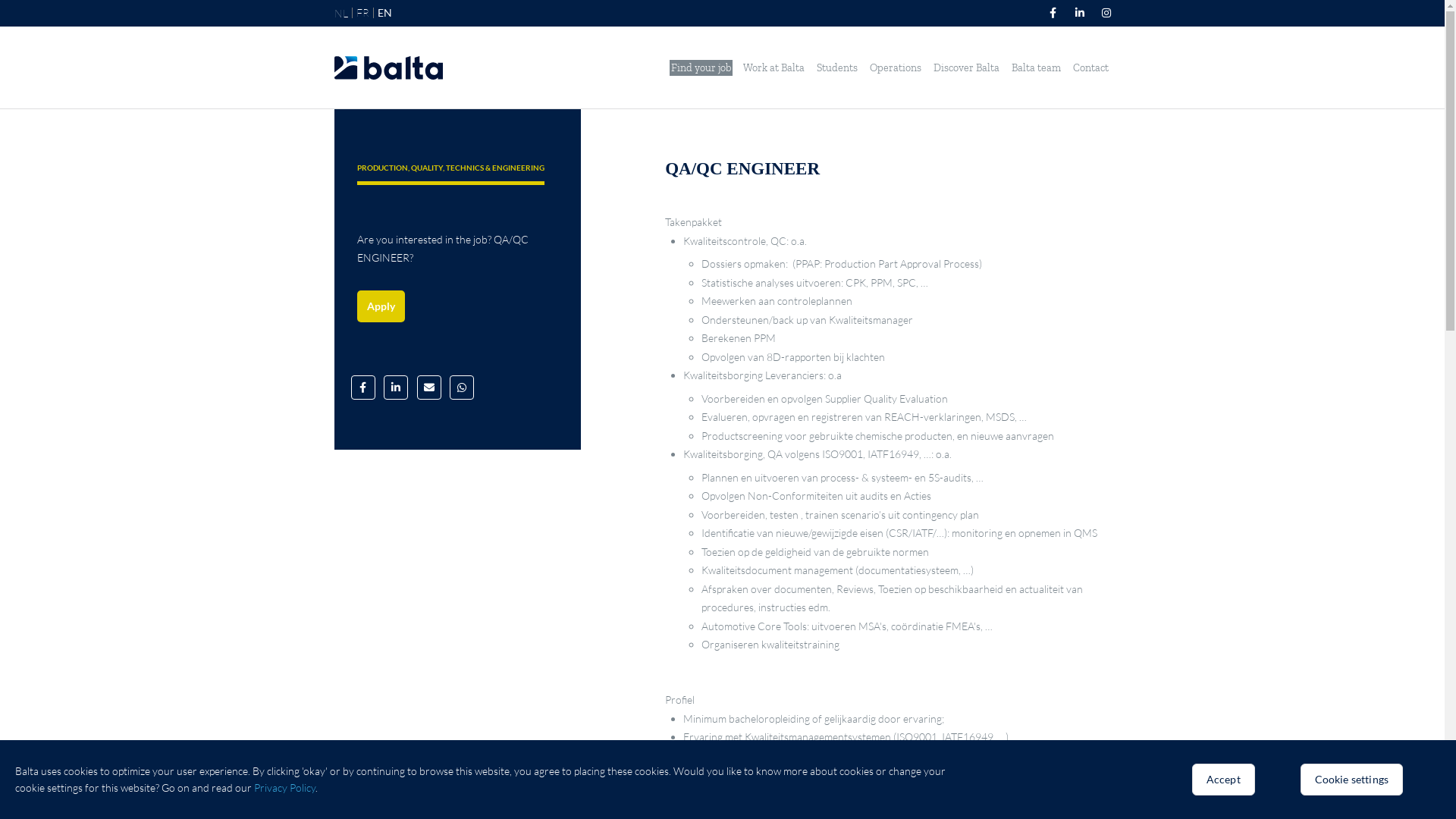 The width and height of the screenshot is (1456, 819). Describe the element at coordinates (340, 13) in the screenshot. I see `'NL'` at that location.